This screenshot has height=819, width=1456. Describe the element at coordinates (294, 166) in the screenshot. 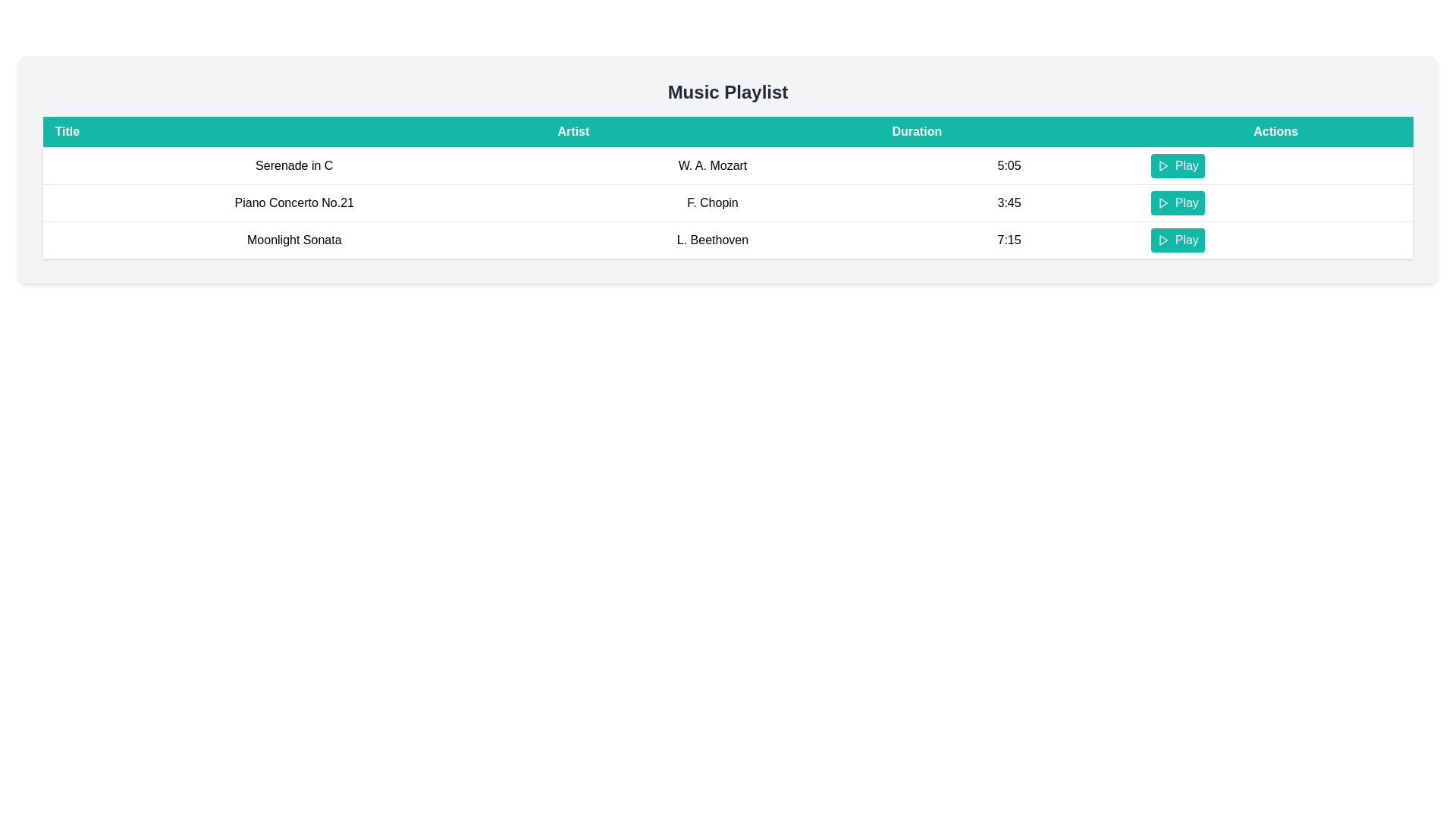

I see `the text label displaying 'Serenade in C', located in the first row under the 'Title' column of the table` at that location.